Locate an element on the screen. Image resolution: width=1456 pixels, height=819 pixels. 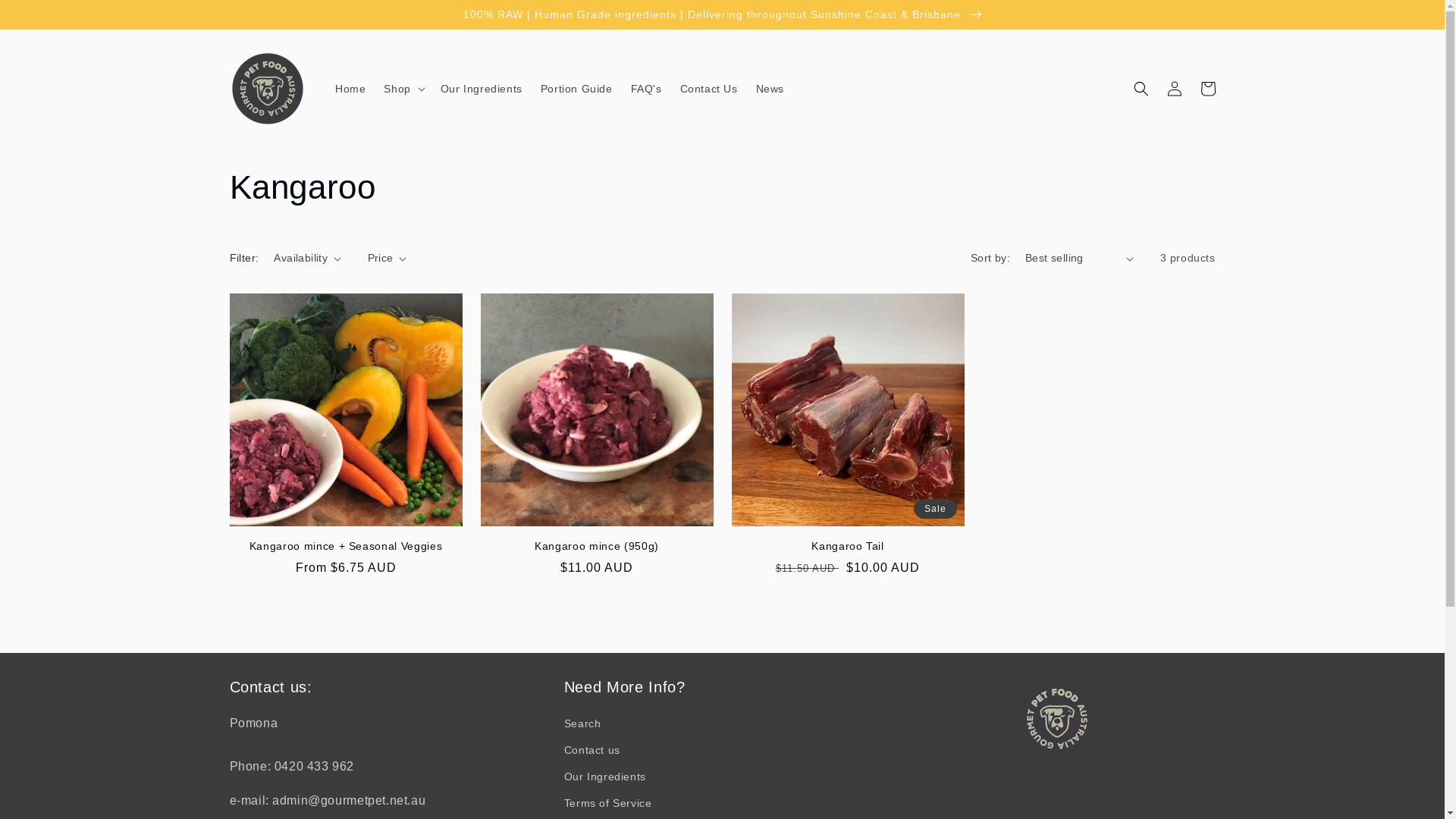
'Contact us' is located at coordinates (591, 749).